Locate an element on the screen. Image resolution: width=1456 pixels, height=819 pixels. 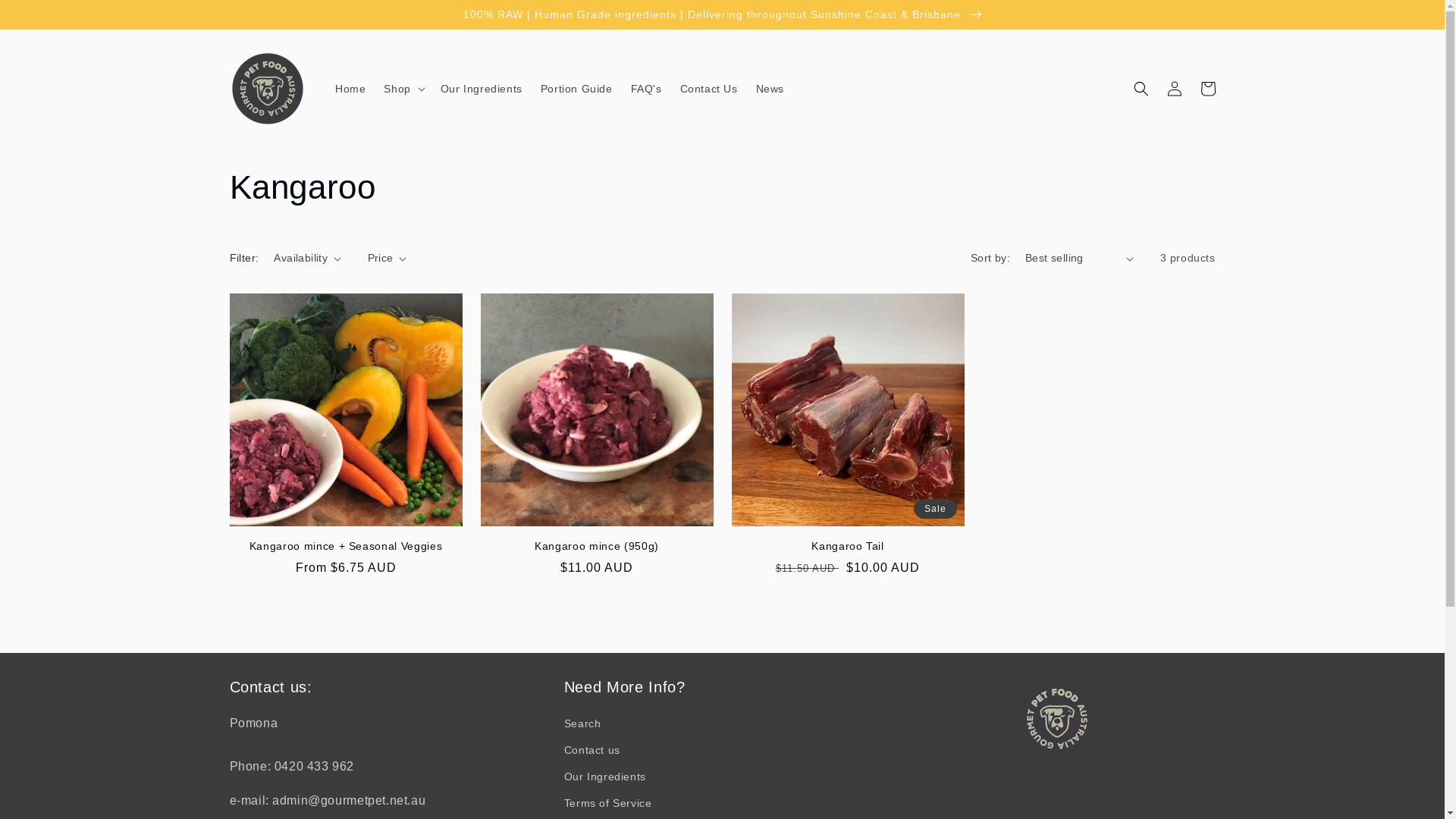
'Contact us' is located at coordinates (591, 749).